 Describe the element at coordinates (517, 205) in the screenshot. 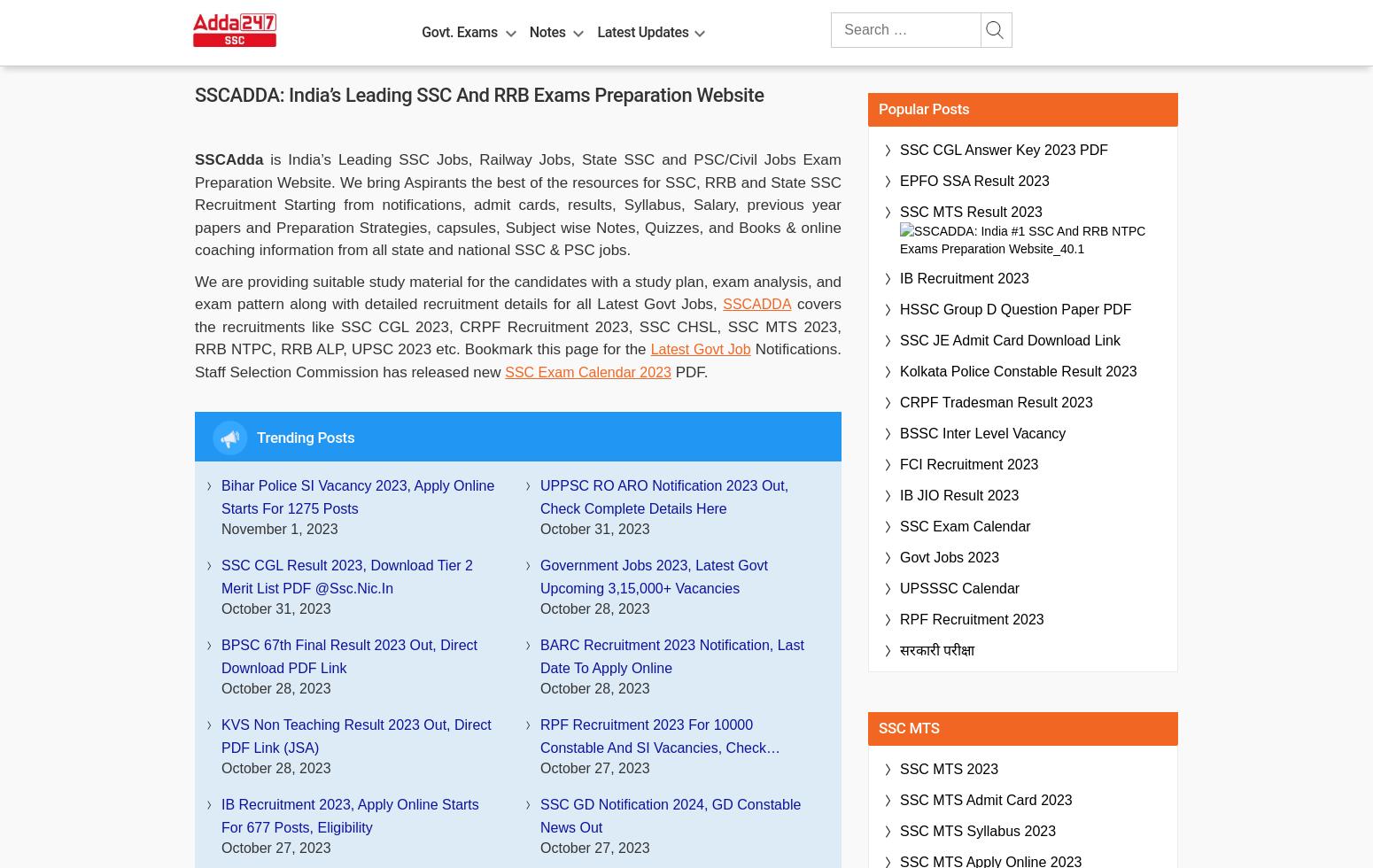

I see `'is India’s Leading SSC Jobs, Railway Jobs, State SSC and PSC/Civil Jobs Exam Preparation Website. We bring Aspirants the best of the resources for SSC, RRB and State SSC Recruitment Starting from notifications, admit cards, results, Syllabus, Salary, previous year papers and Preparation Strategies, capsules, Subject wise Notes, Quizzes, and Books & online coaching information from all state and national SSC & PSC jobs.'` at that location.